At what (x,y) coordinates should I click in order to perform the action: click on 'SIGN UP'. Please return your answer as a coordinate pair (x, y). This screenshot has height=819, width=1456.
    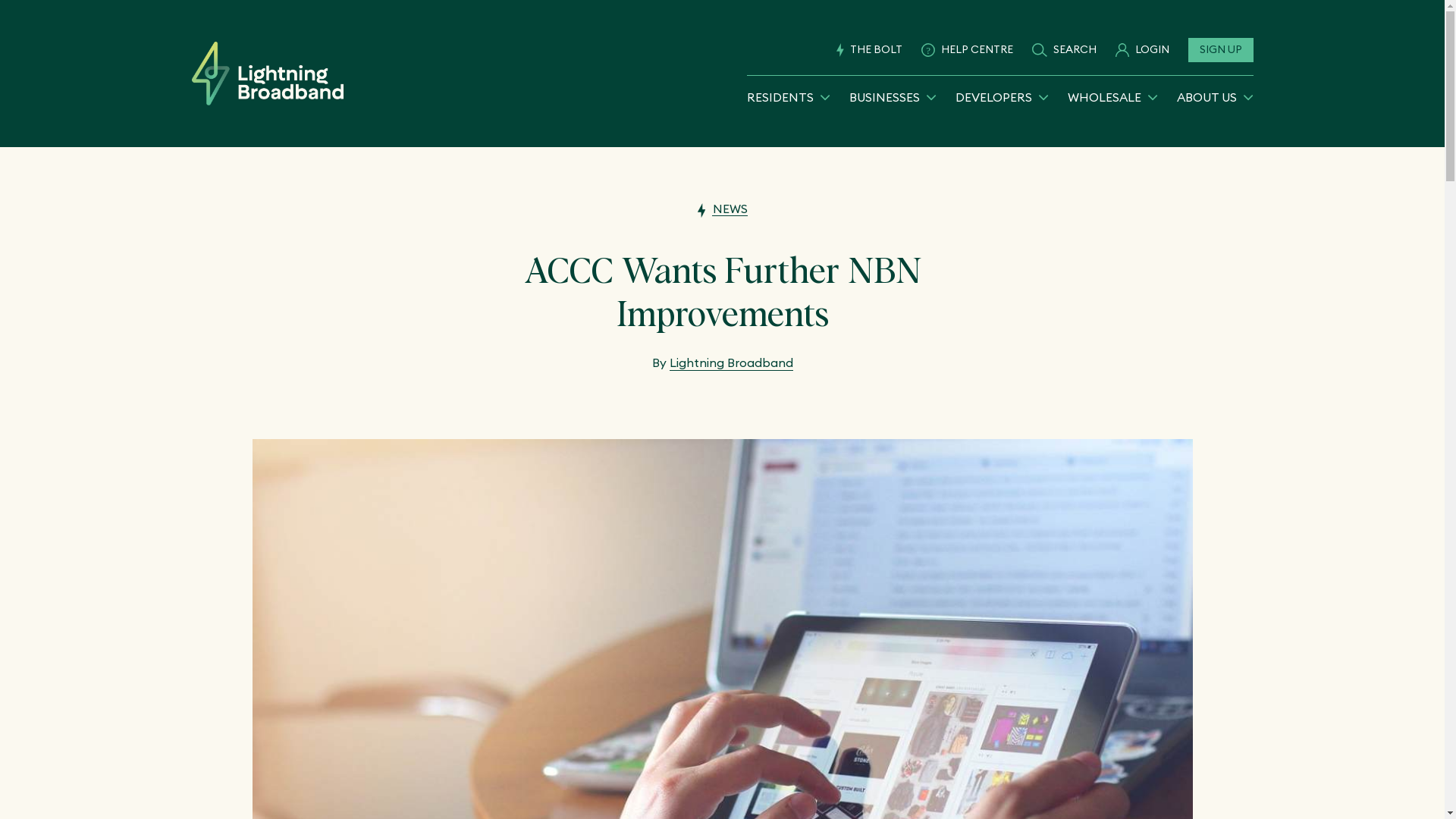
    Looking at the image, I should click on (1186, 49).